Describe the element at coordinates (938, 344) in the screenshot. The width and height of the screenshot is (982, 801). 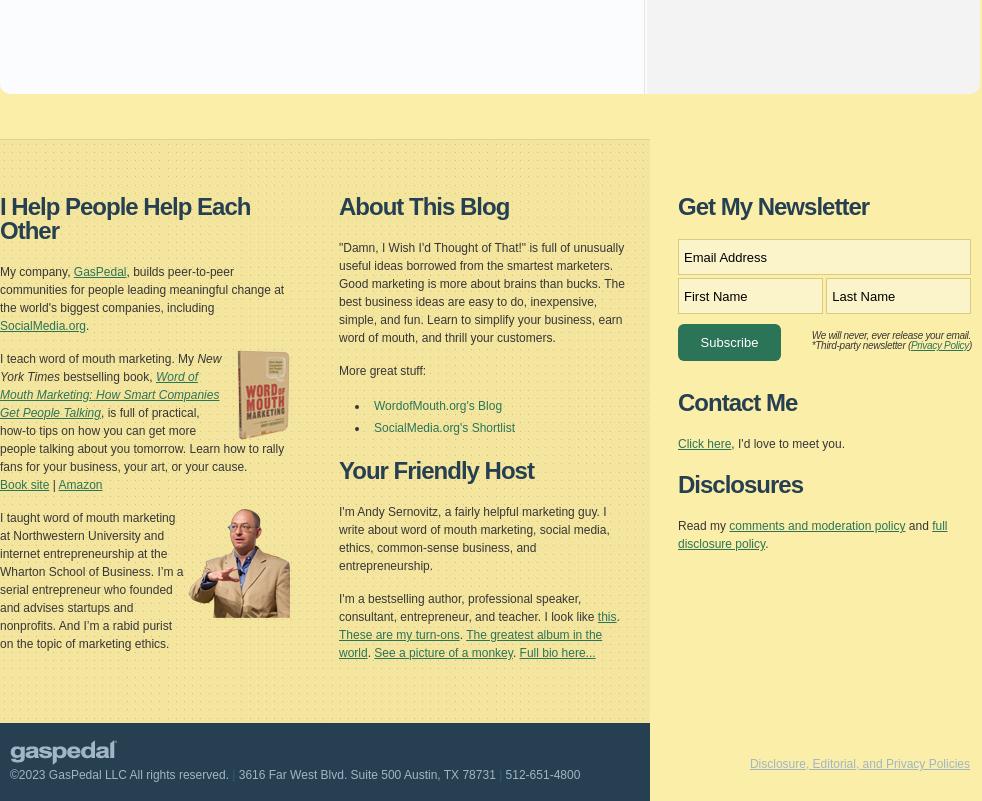
I see `'Privacy Policy'` at that location.